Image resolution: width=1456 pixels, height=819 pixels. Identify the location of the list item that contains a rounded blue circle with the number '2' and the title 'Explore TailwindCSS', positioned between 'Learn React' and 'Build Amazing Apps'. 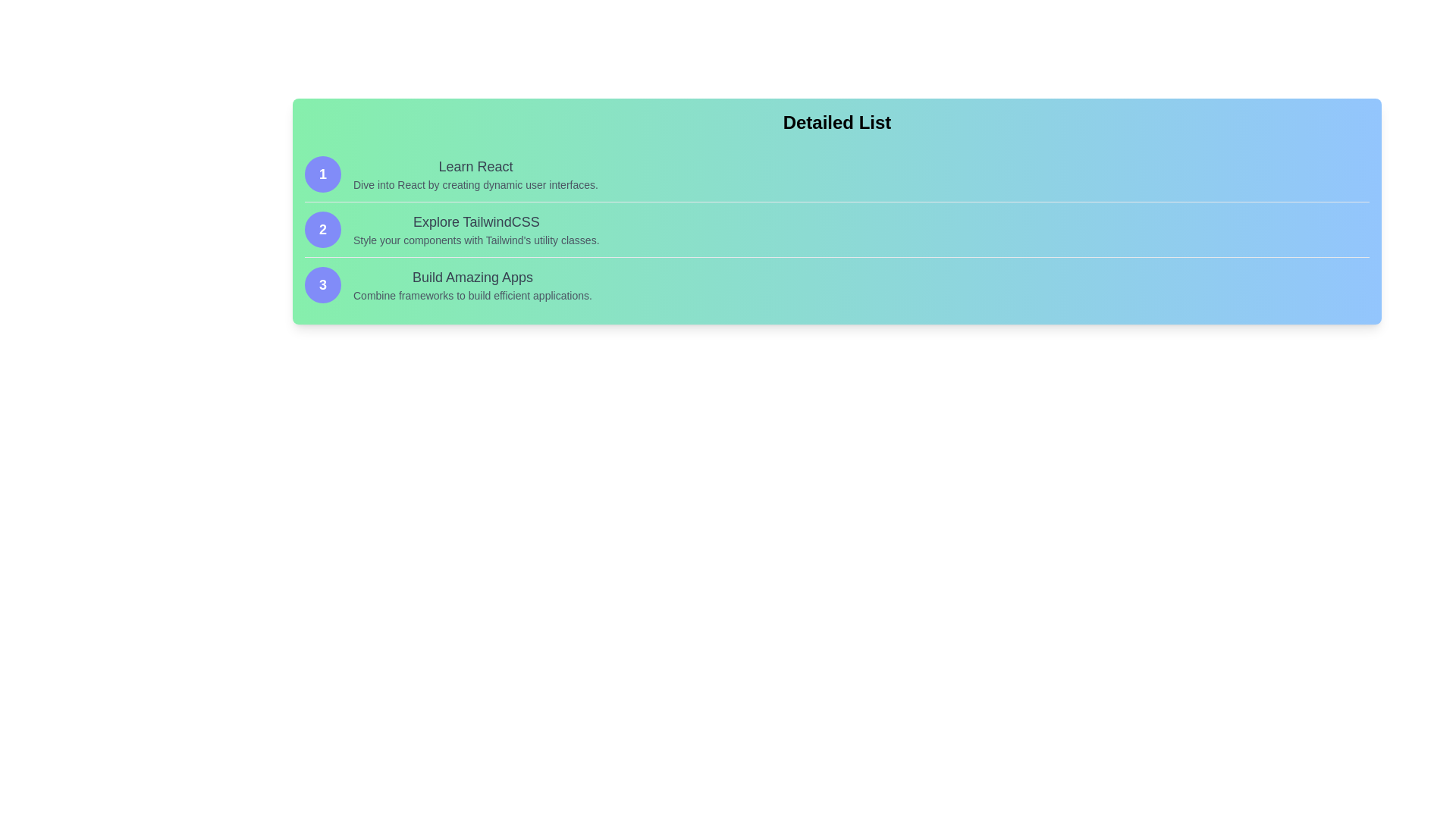
(836, 229).